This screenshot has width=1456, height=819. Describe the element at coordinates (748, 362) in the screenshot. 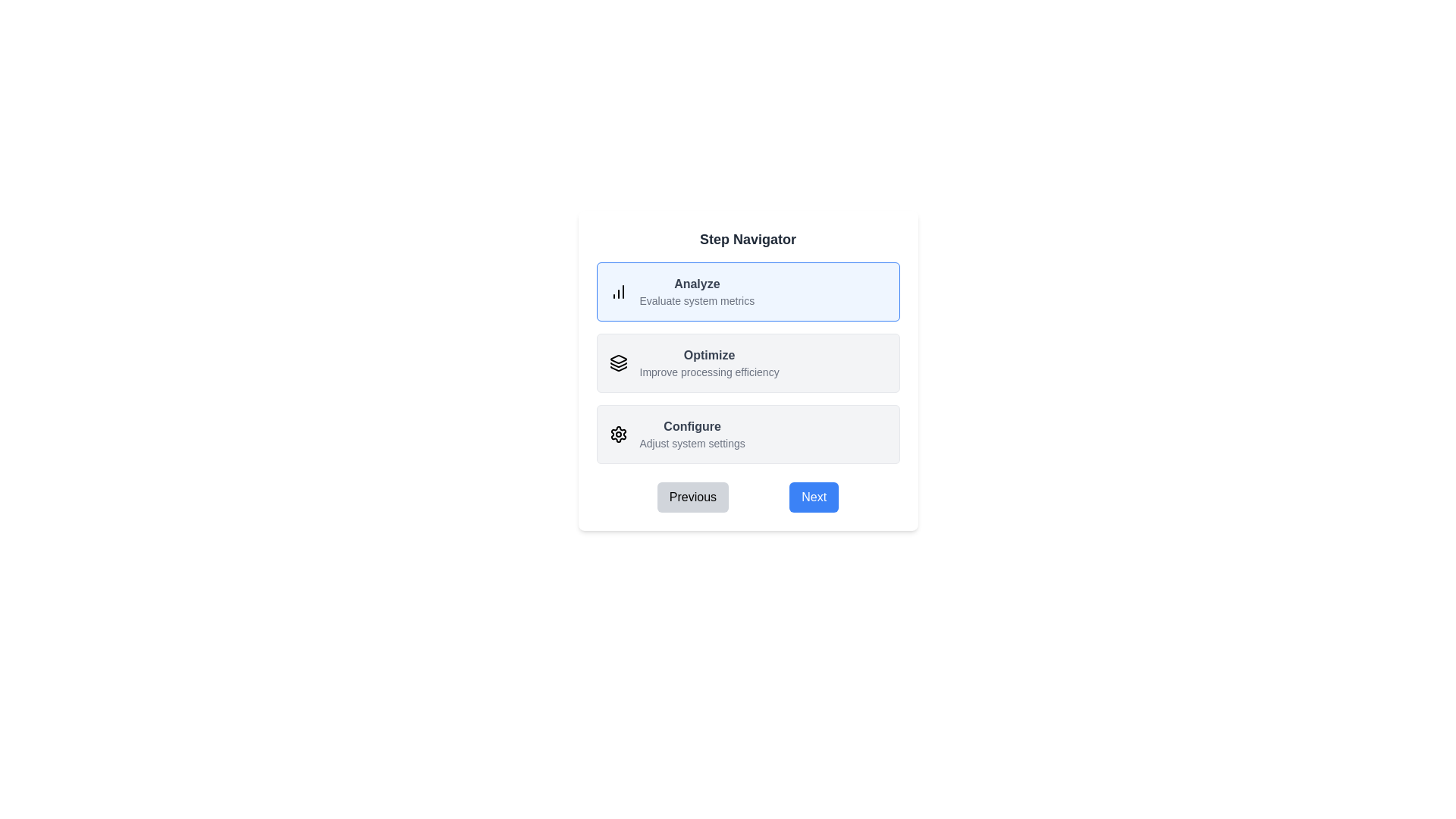

I see `the interactive list item titled 'Optimize' with a subtitle 'Improve processing efficiency'` at that location.